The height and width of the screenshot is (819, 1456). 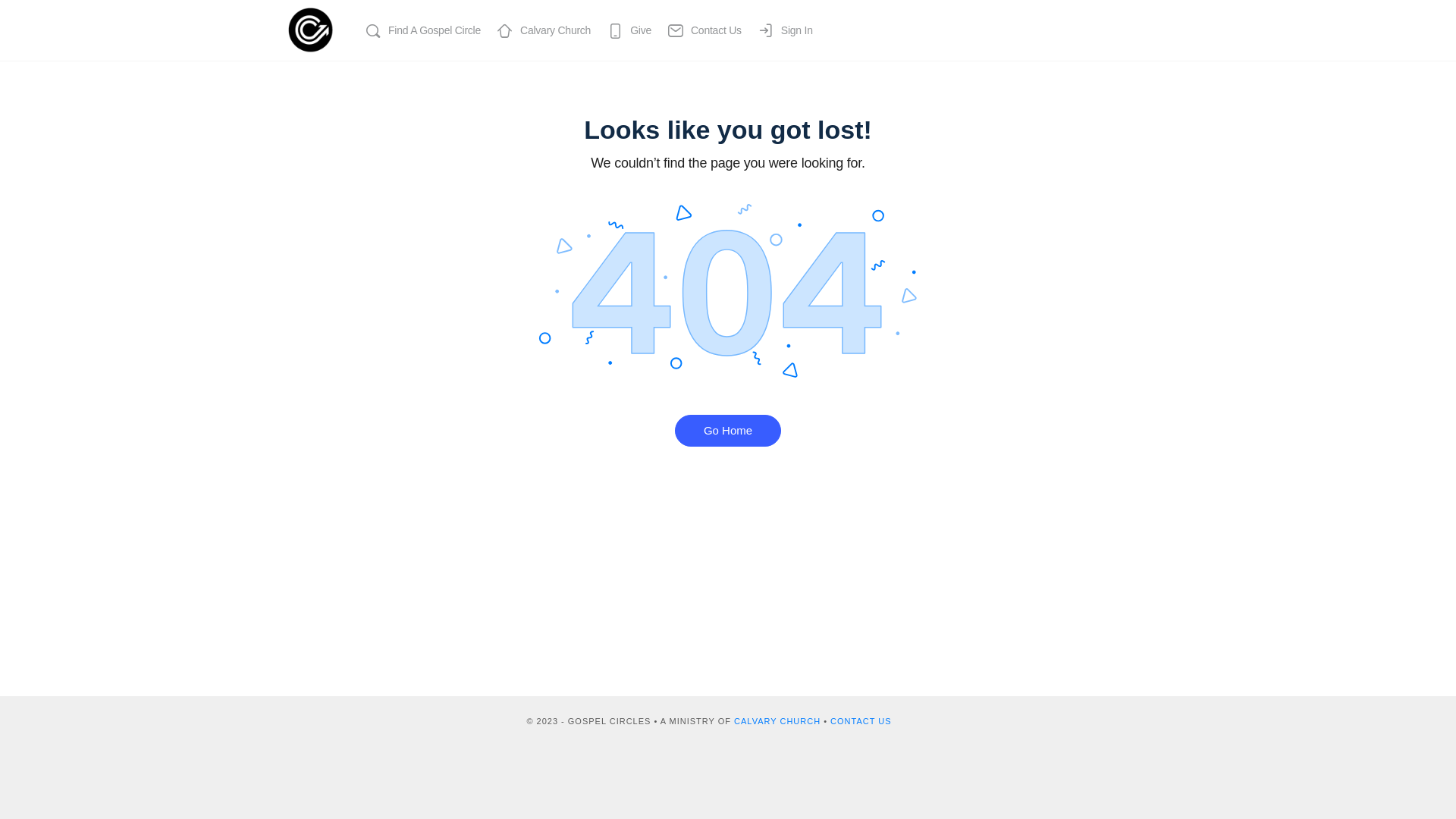 I want to click on 'CALVARY CHURCH', so click(x=777, y=720).